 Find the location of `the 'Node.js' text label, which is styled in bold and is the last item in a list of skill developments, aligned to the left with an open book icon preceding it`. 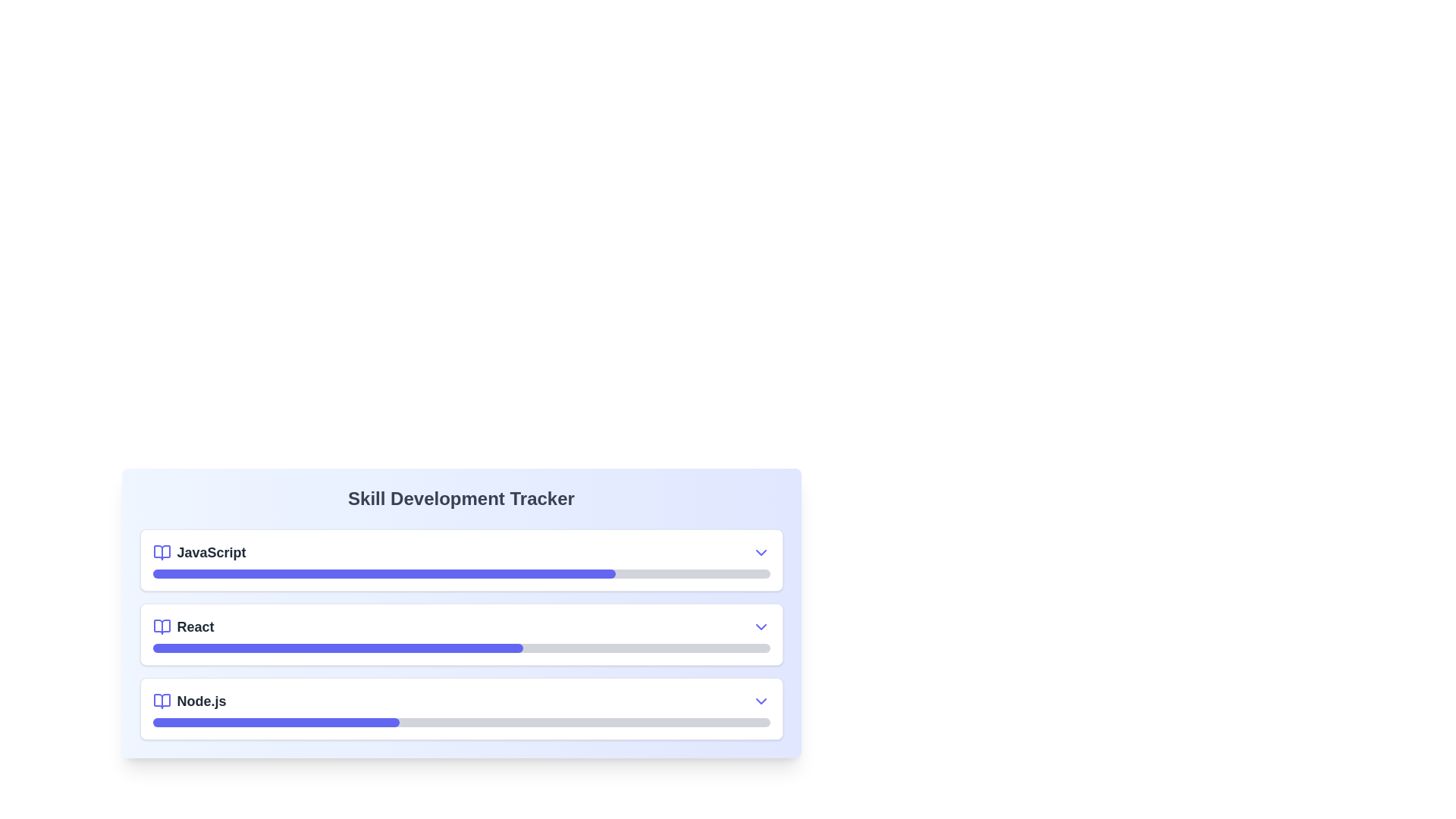

the 'Node.js' text label, which is styled in bold and is the last item in a list of skill developments, aligned to the left with an open book icon preceding it is located at coordinates (200, 701).